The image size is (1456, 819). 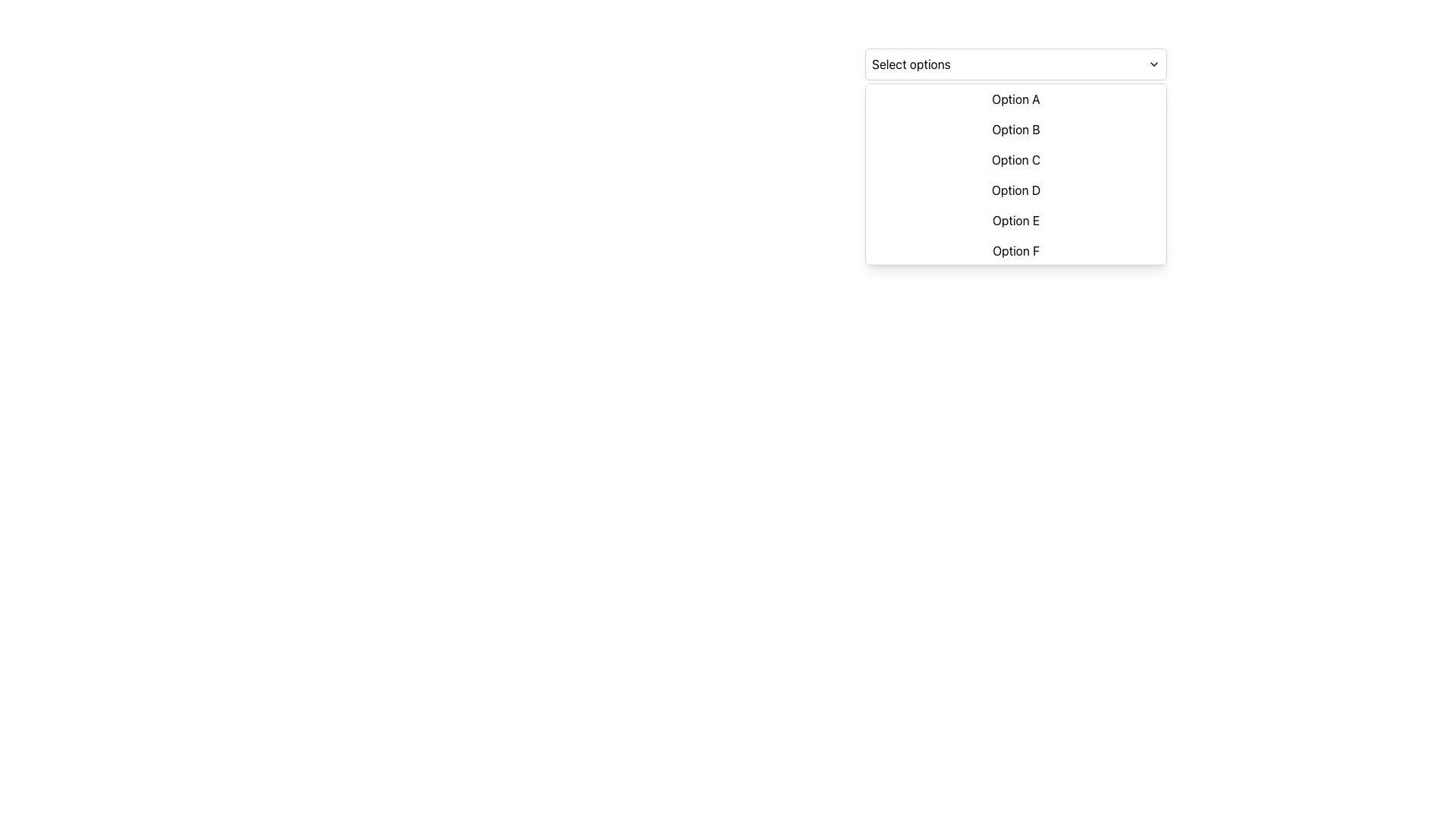 I want to click on the dropdown menu item labeled 'Option D', so click(x=1015, y=189).